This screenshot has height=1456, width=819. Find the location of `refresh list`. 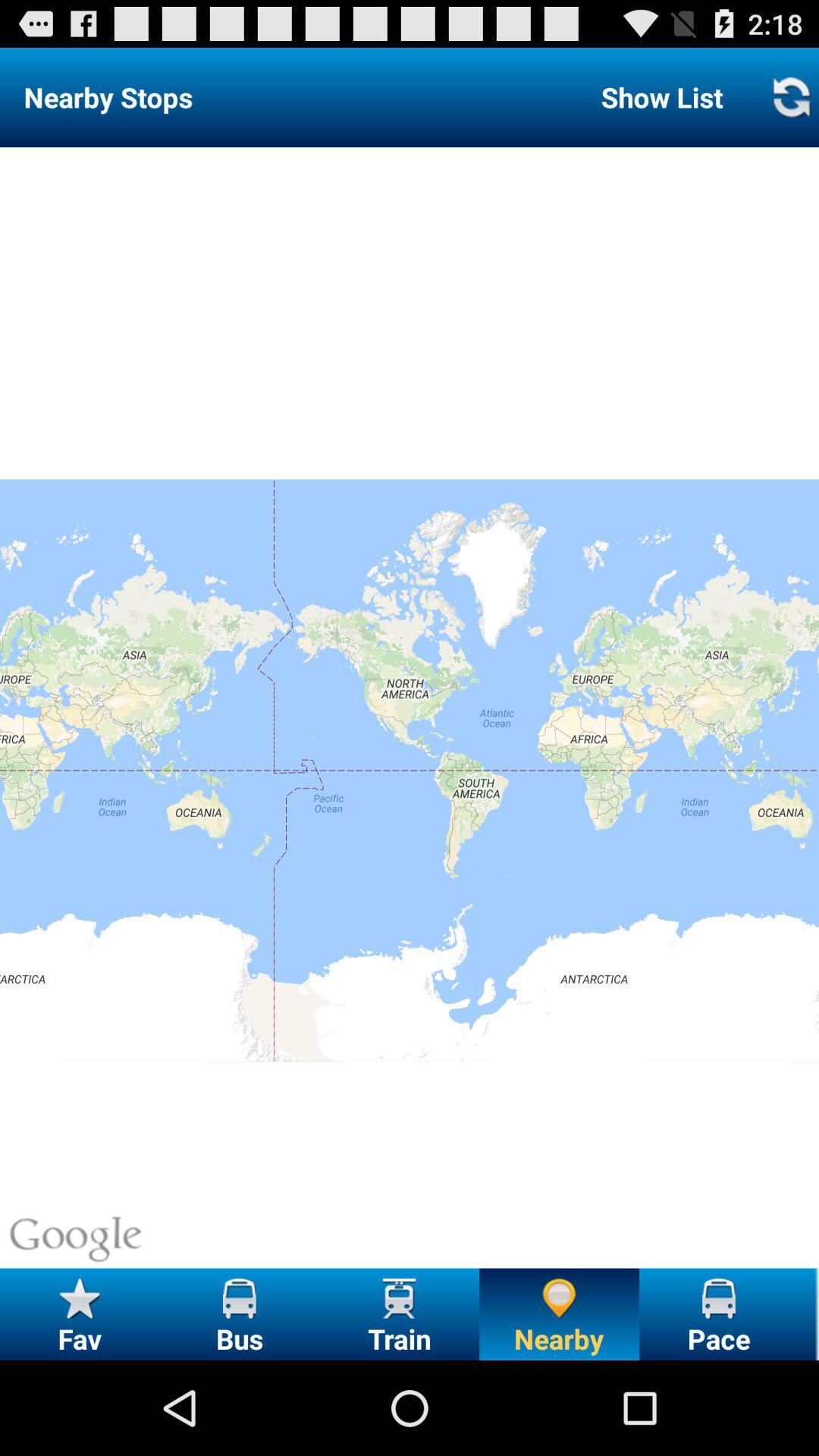

refresh list is located at coordinates (790, 96).